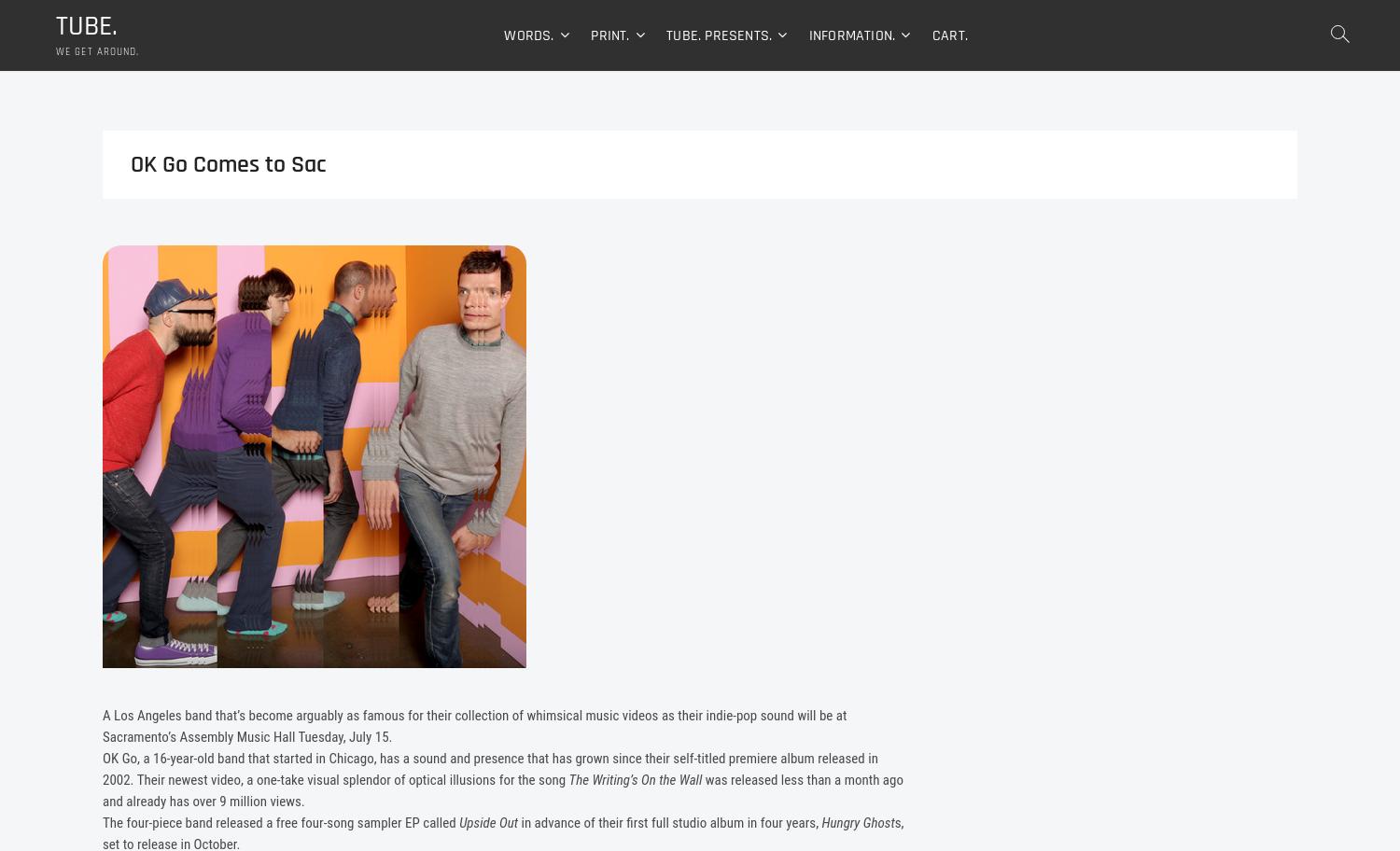 This screenshot has width=1400, height=851. What do you see at coordinates (930, 37) in the screenshot?
I see `'Cart.'` at bounding box center [930, 37].